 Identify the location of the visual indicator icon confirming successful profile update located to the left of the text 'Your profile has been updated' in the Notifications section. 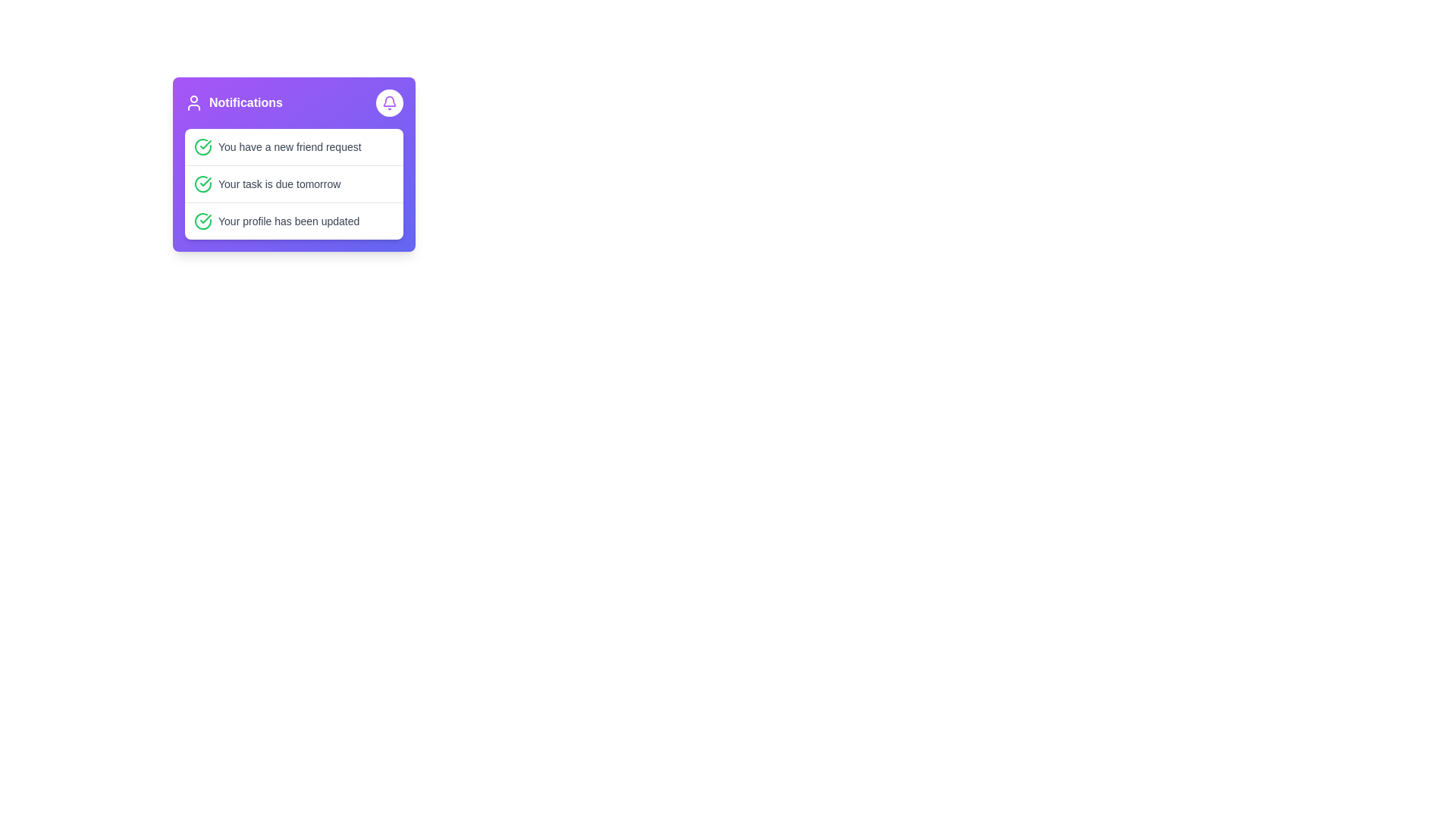
(202, 221).